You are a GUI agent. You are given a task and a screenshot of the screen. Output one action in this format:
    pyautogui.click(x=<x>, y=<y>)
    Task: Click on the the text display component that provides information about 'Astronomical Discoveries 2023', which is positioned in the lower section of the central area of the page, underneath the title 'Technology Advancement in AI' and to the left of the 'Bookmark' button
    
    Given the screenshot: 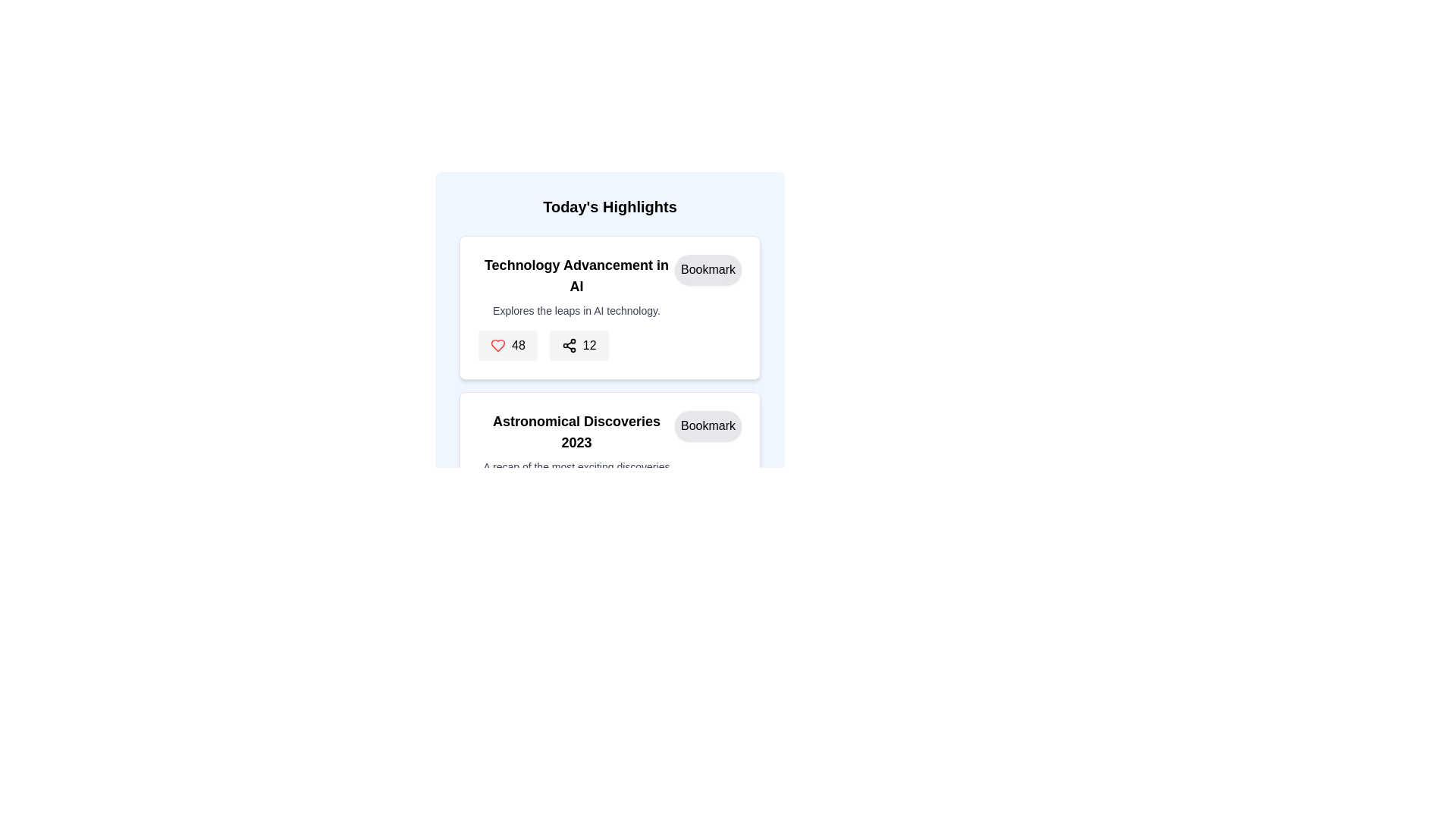 What is the action you would take?
    pyautogui.click(x=576, y=450)
    